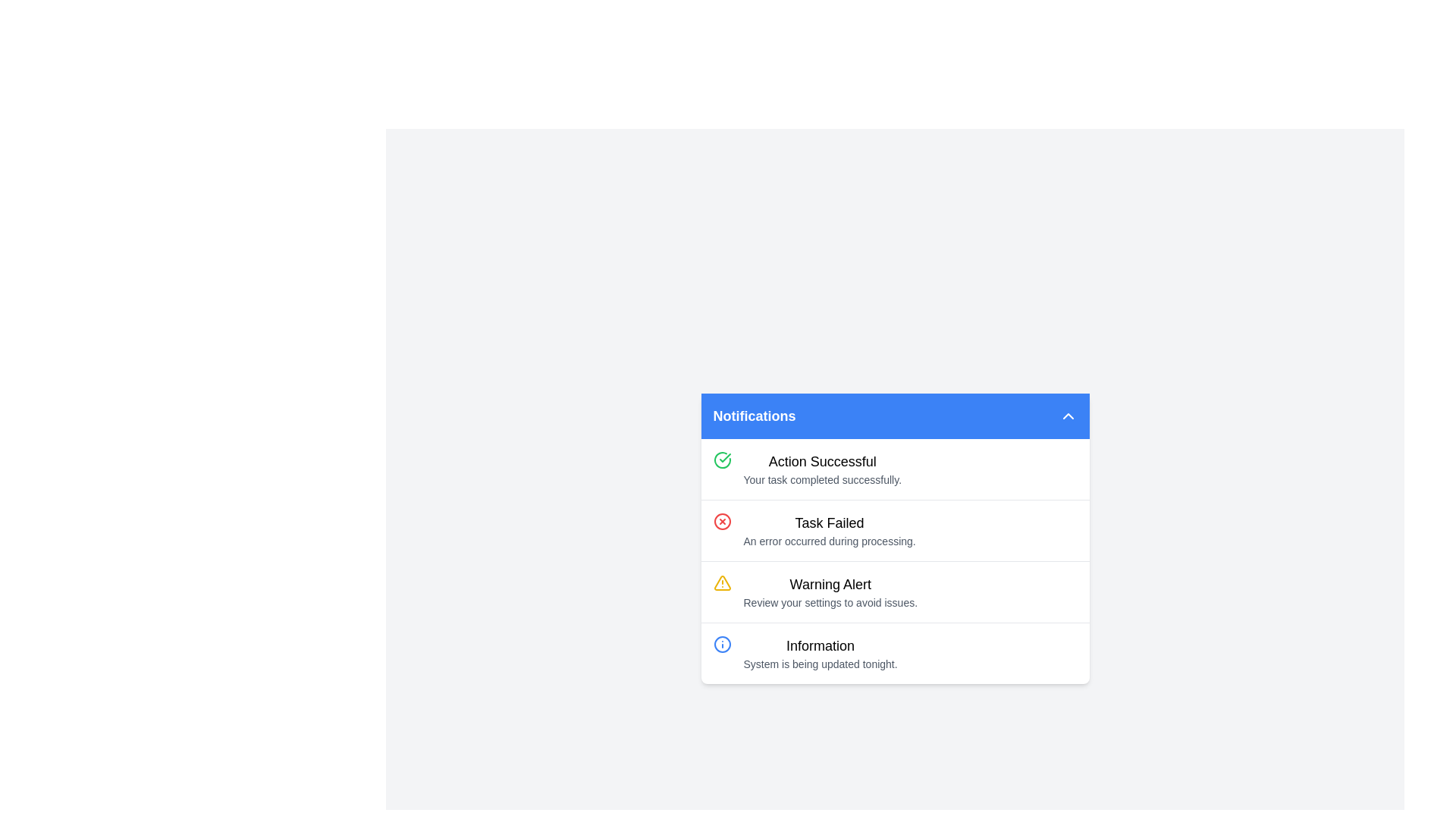 The height and width of the screenshot is (819, 1456). I want to click on the warning icon located to the left of the 'Warning Alert' text label within the notification card, so click(721, 582).